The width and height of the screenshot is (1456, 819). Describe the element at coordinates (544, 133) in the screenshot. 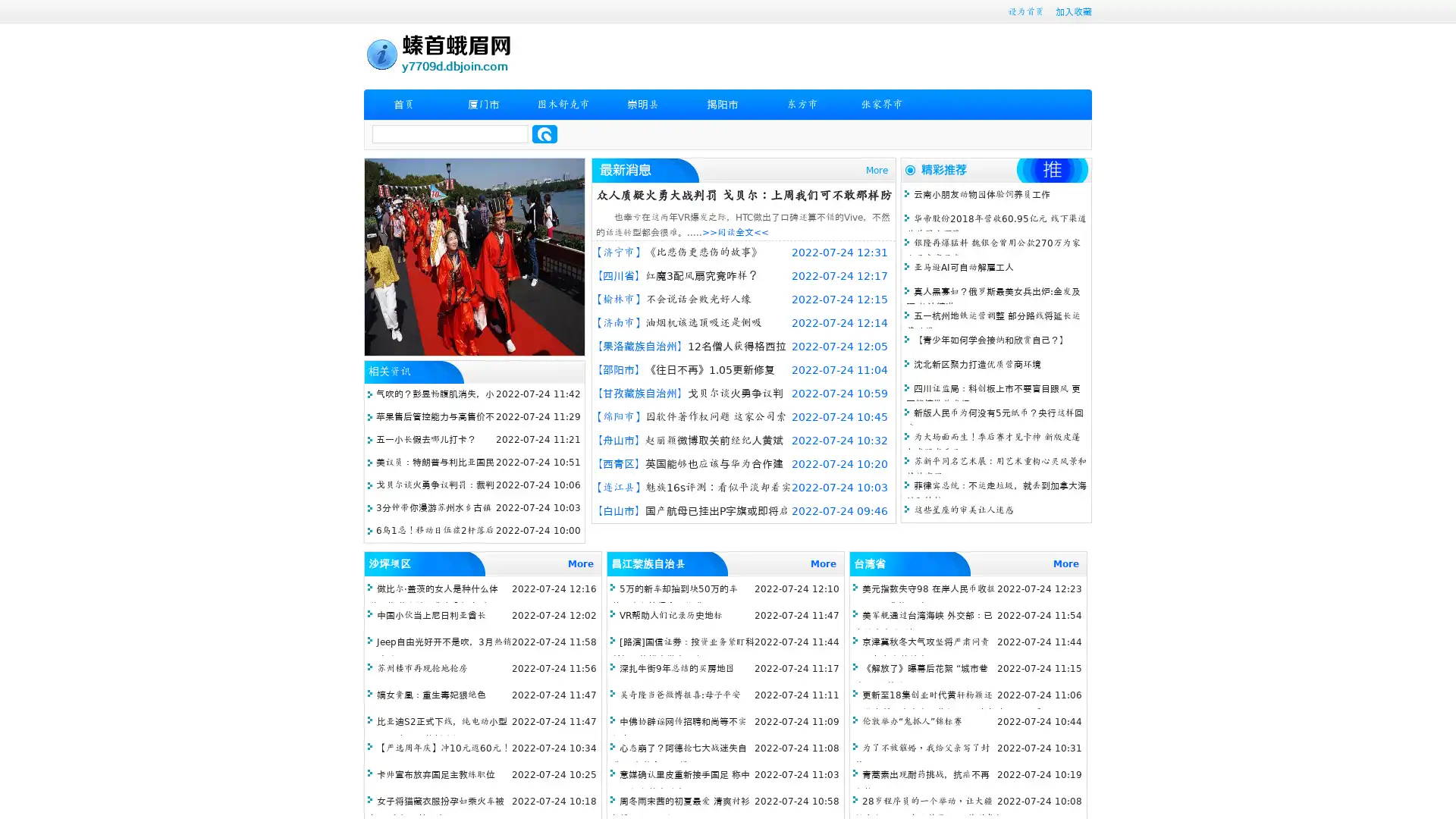

I see `Search` at that location.